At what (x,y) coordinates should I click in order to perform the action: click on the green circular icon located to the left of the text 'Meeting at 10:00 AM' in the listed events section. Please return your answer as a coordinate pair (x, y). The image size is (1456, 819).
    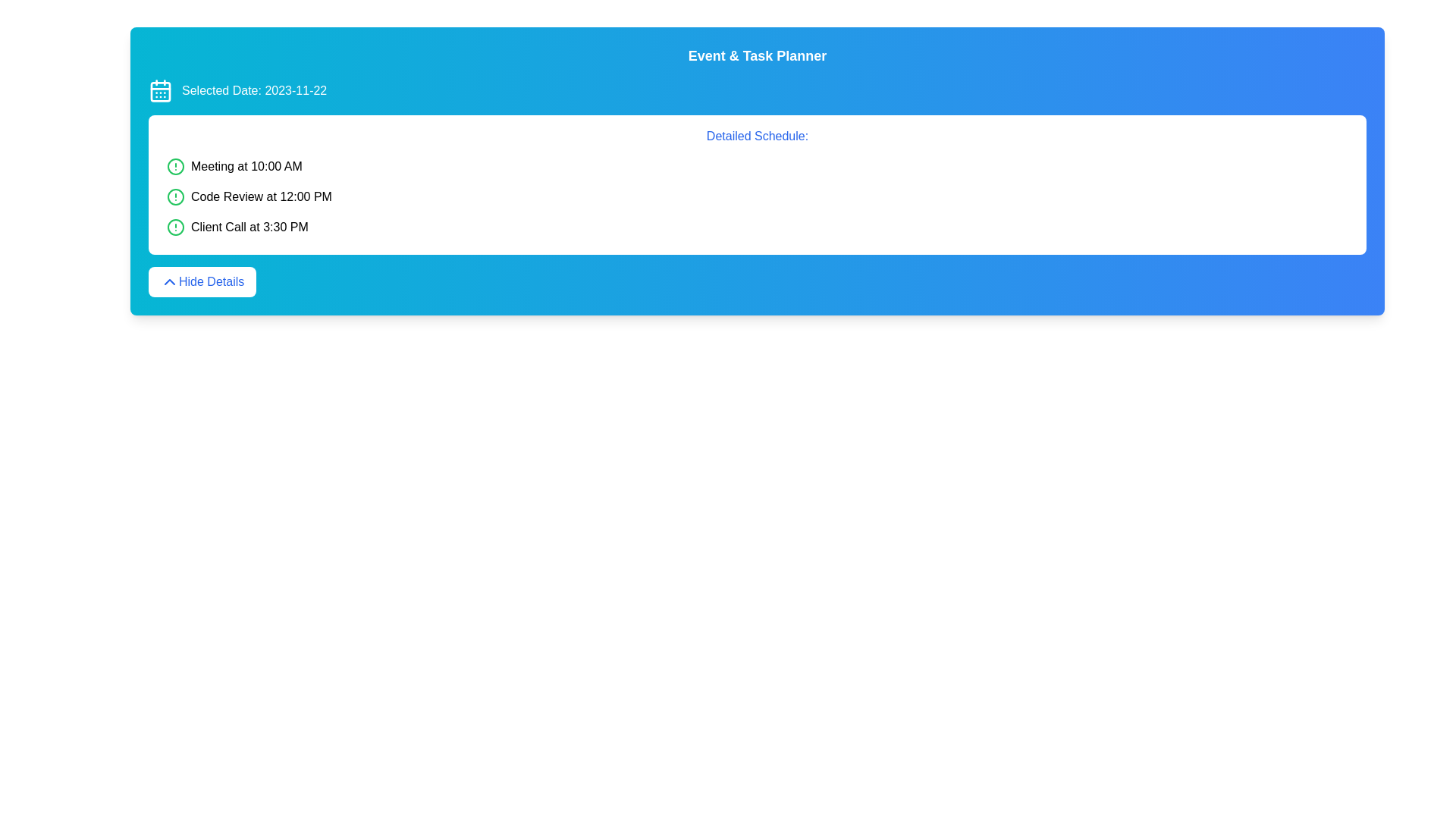
    Looking at the image, I should click on (175, 166).